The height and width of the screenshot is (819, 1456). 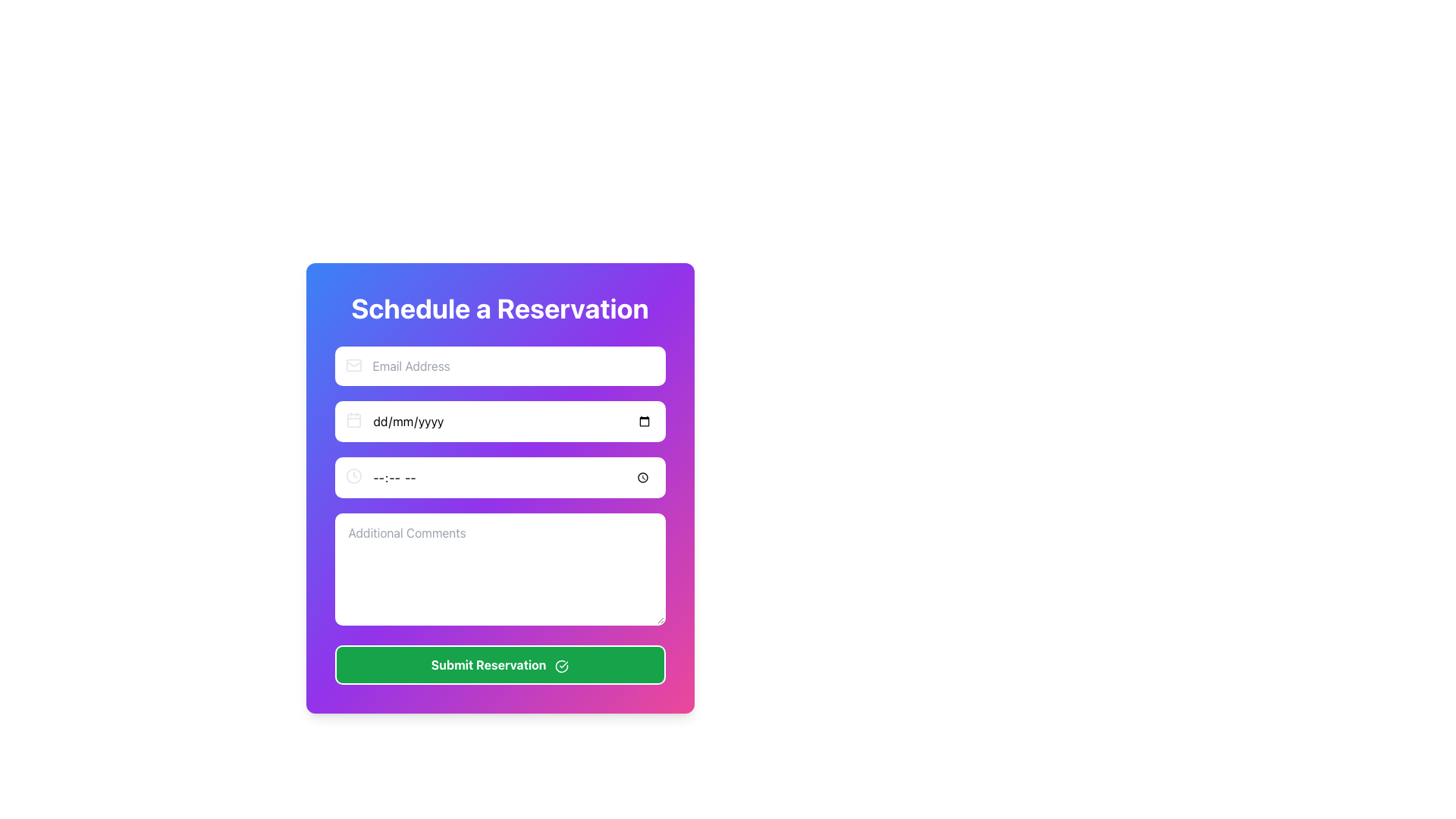 What do you see at coordinates (500, 476) in the screenshot?
I see `a time from the dropdown in the Time Input Field, which is the third input field in the 'Schedule a Reservation' form, located below the date picker and above the comments box` at bounding box center [500, 476].